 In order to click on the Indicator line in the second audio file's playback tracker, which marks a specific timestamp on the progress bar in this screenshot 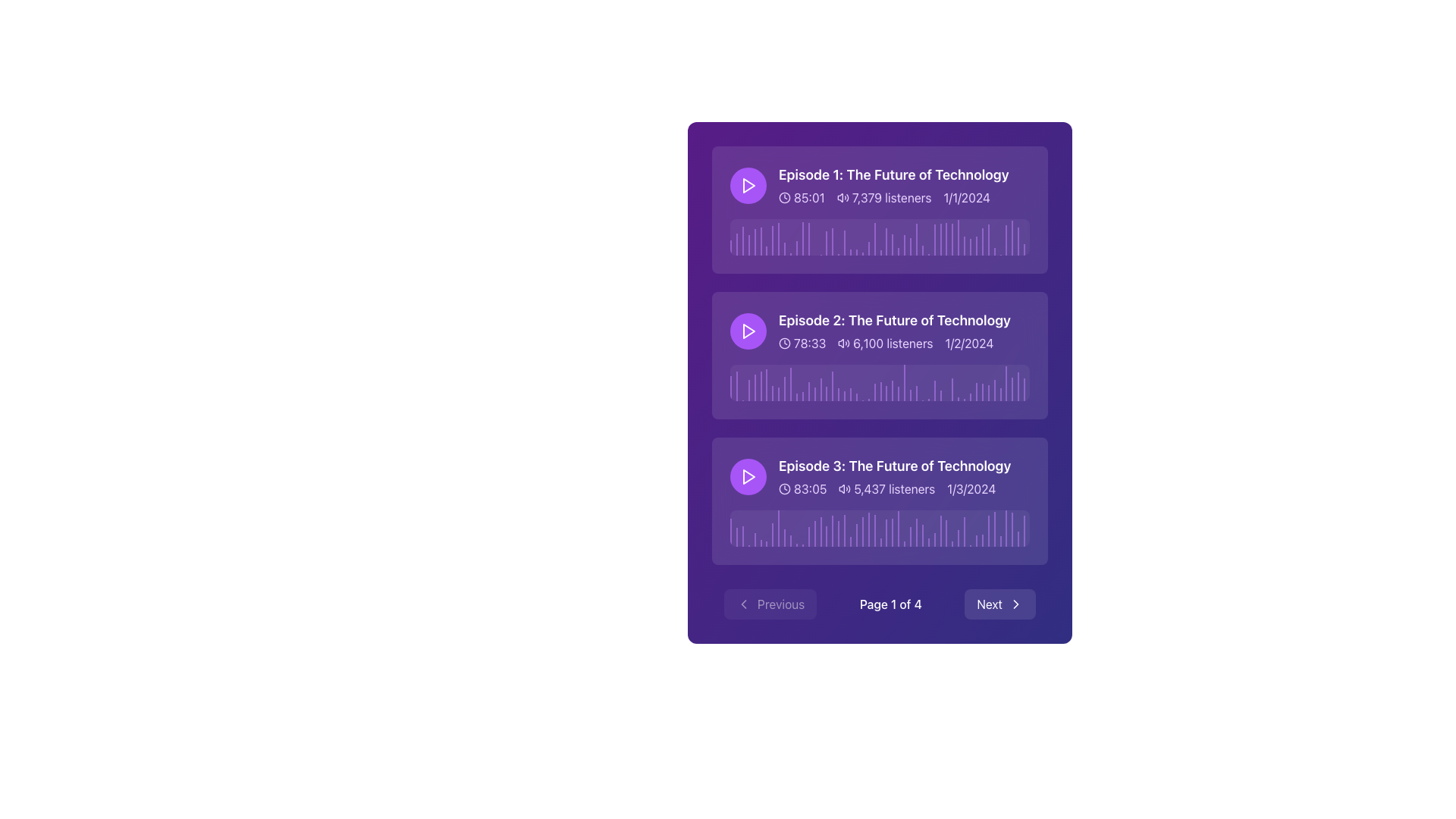, I will do `click(767, 384)`.